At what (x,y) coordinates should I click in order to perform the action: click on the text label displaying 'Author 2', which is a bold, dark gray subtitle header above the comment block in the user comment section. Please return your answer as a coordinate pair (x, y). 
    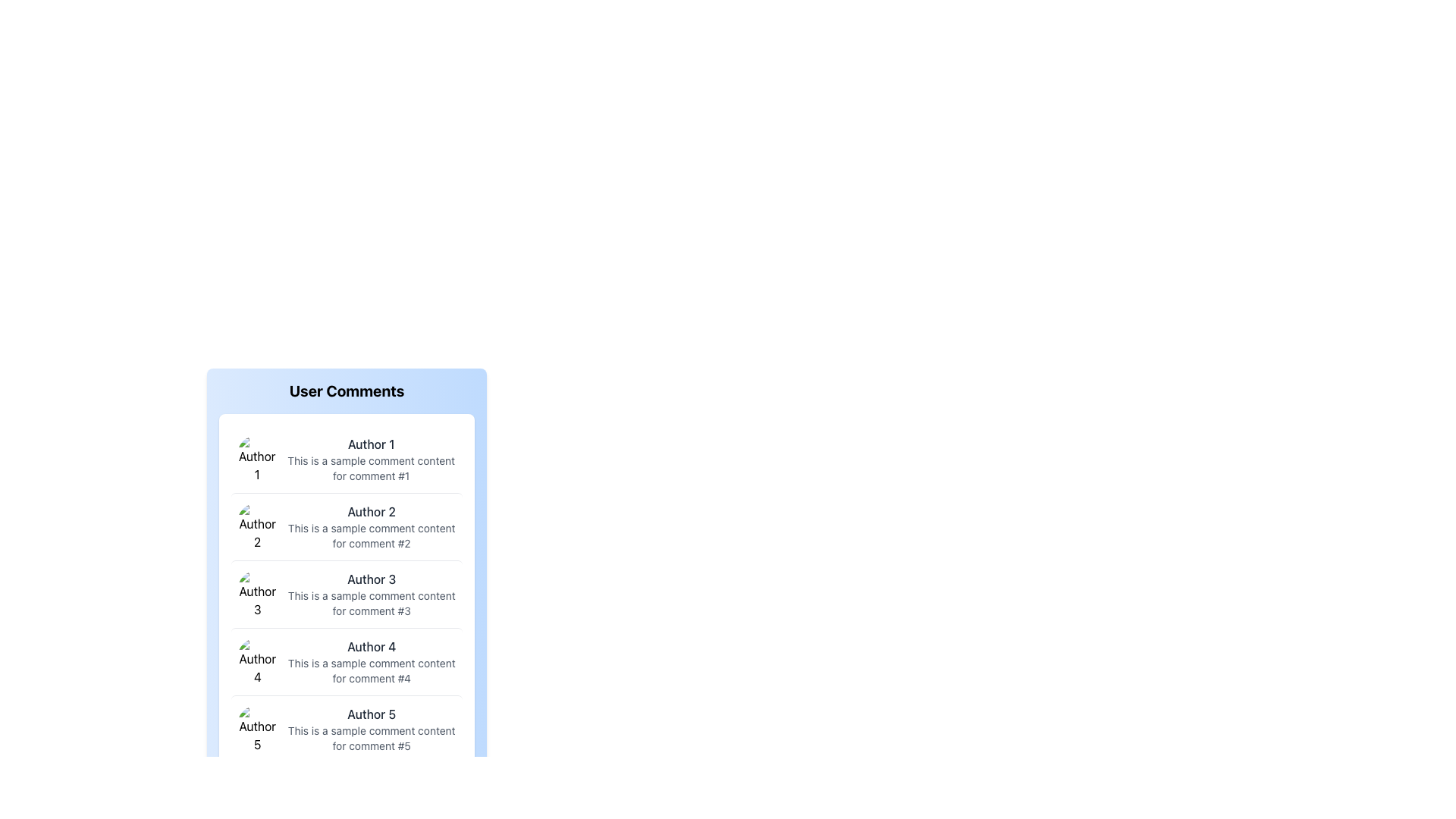
    Looking at the image, I should click on (372, 512).